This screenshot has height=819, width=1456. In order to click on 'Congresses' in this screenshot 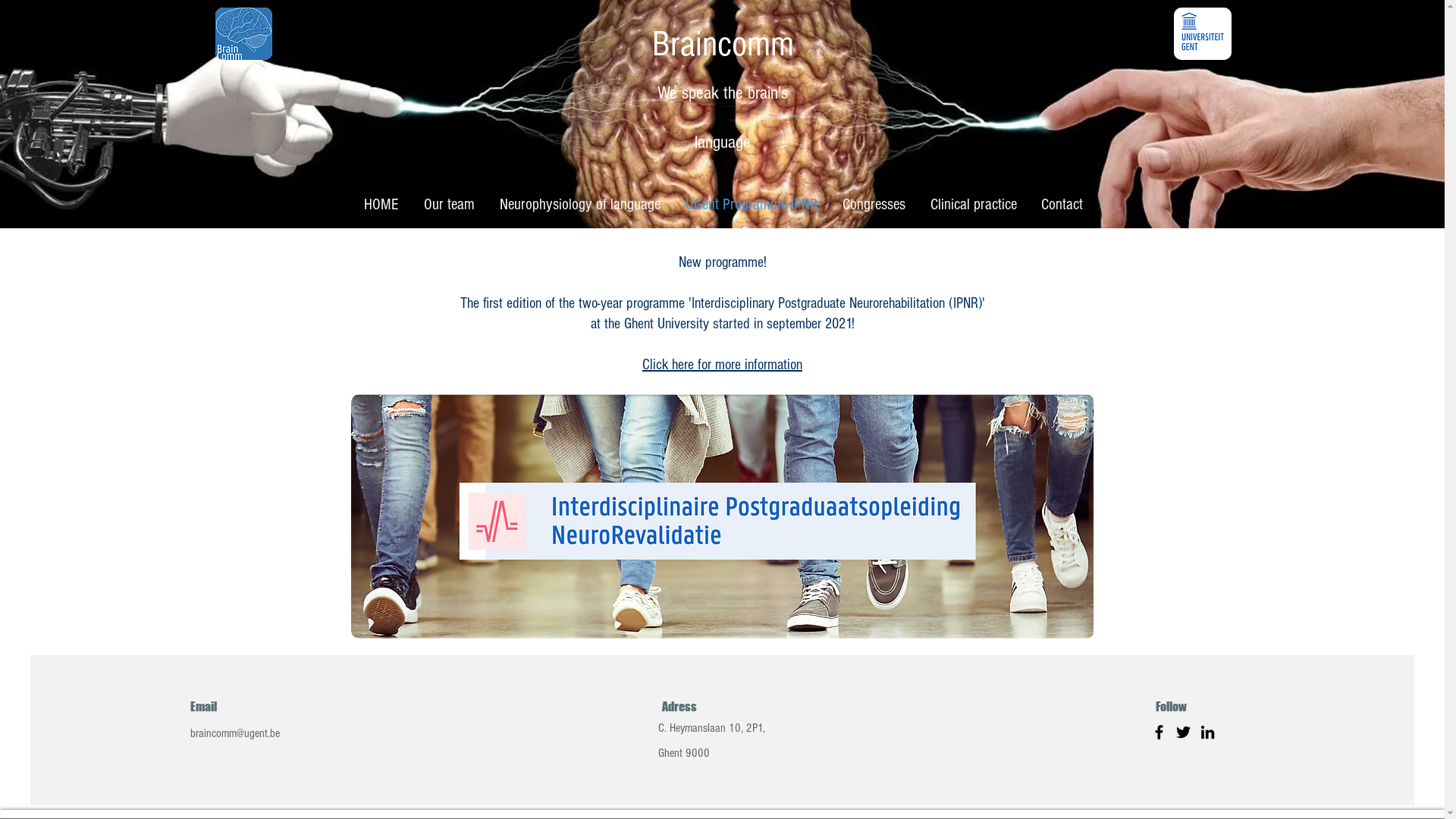, I will do `click(873, 205)`.